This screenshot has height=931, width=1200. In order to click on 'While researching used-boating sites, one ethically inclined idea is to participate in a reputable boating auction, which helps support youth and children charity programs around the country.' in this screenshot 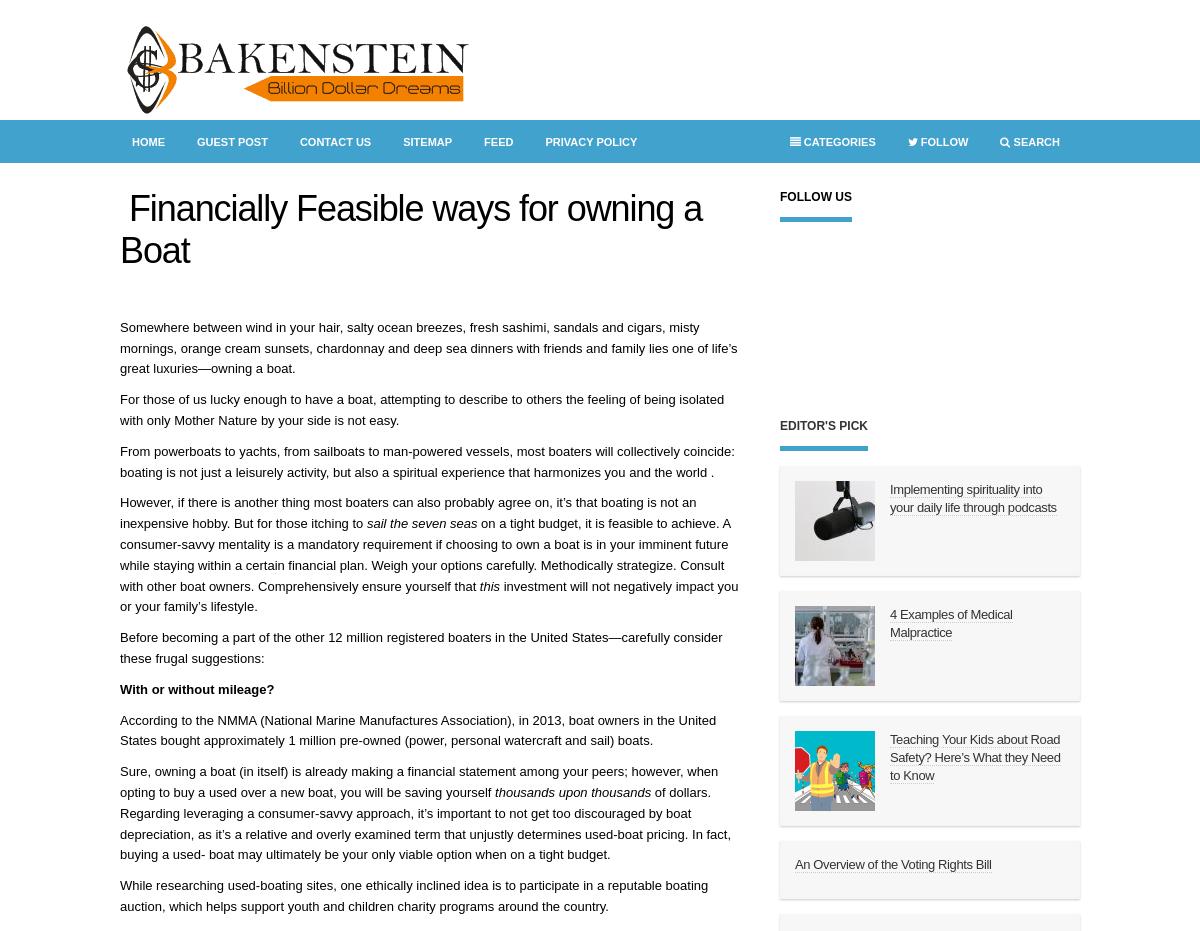, I will do `click(413, 895)`.